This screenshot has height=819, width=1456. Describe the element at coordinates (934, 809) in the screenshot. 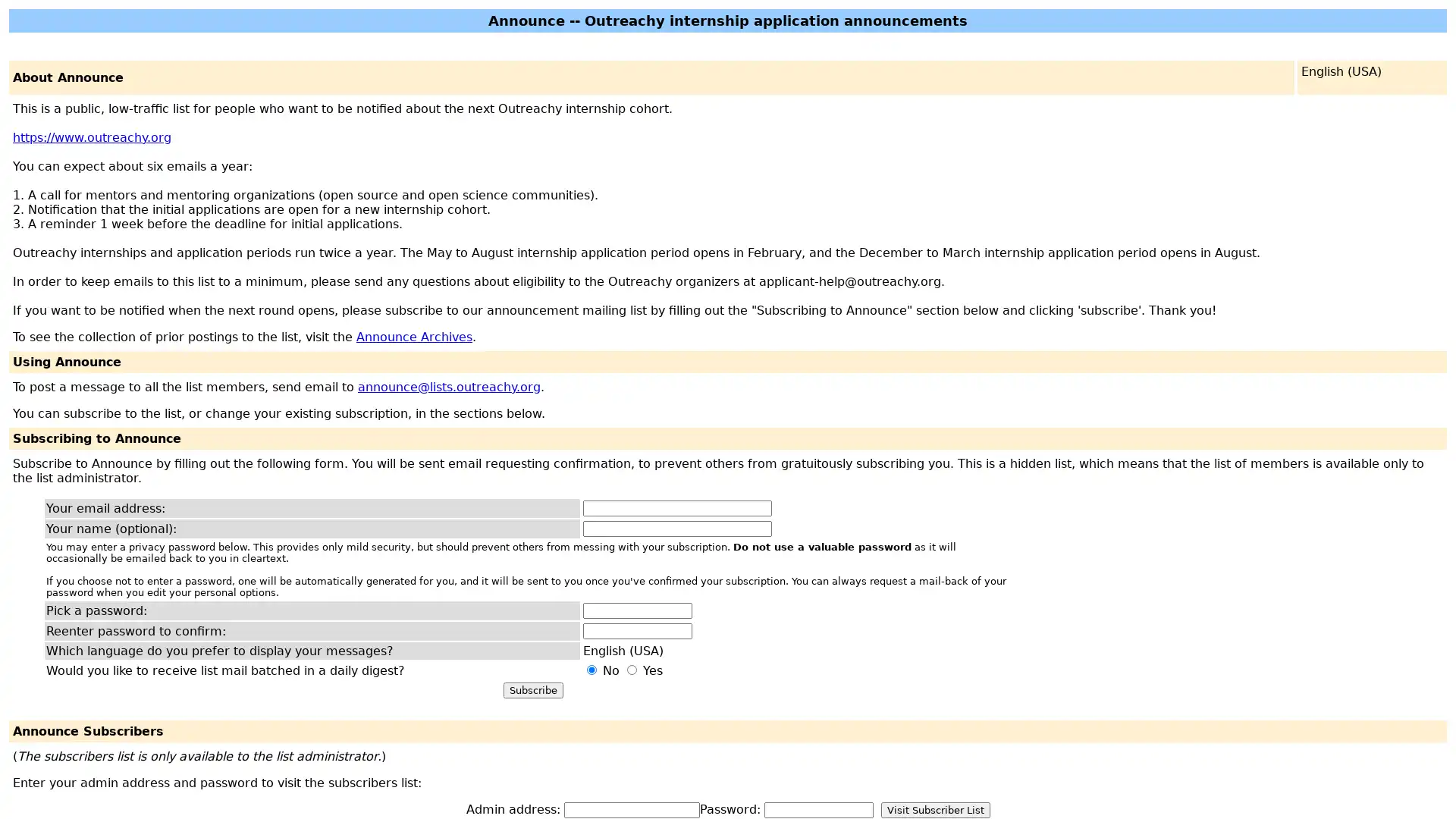

I see `Visit Subscriber List` at that location.